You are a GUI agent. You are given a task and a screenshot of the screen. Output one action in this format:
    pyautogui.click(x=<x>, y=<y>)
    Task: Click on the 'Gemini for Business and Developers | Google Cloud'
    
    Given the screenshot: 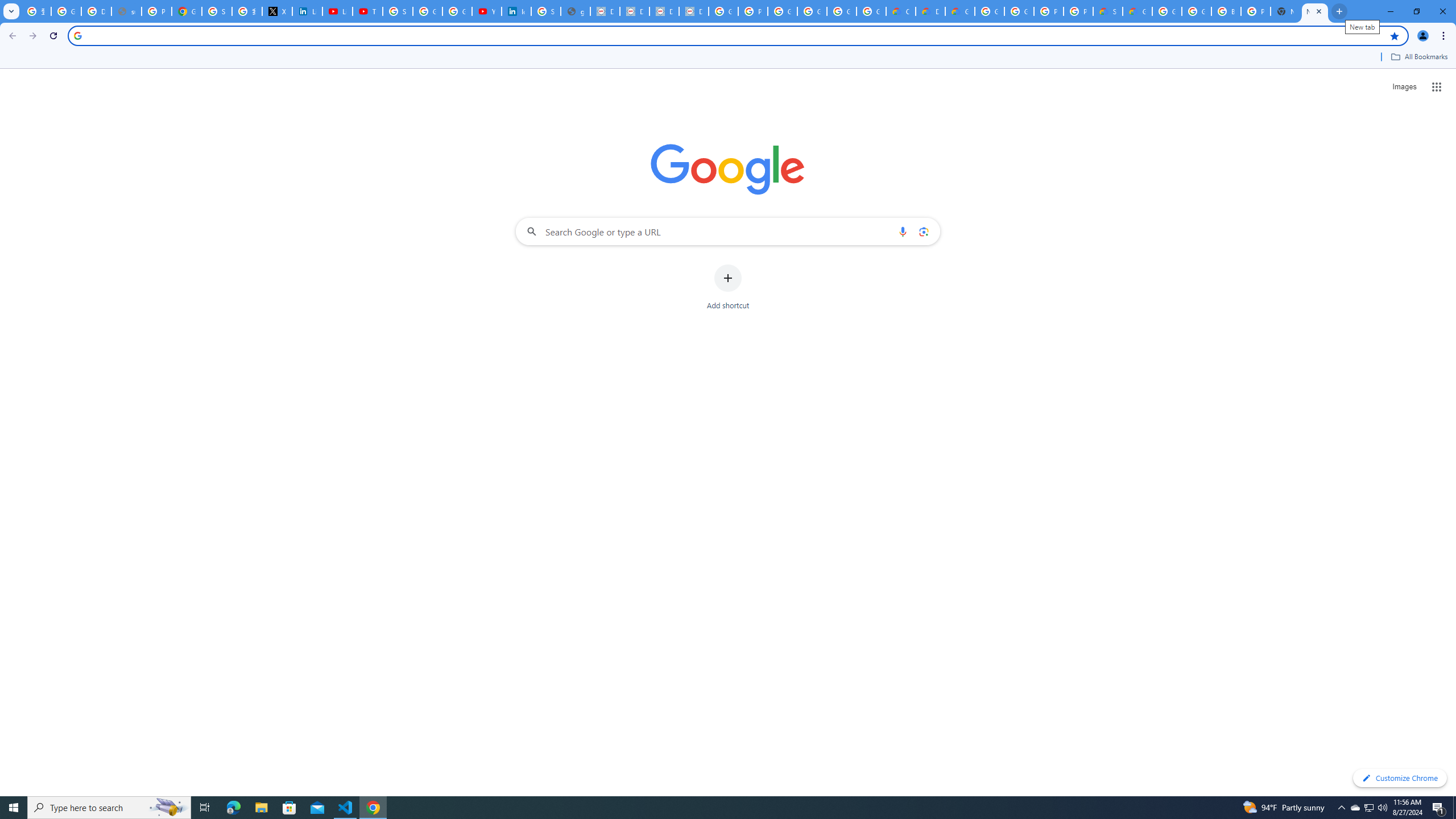 What is the action you would take?
    pyautogui.click(x=959, y=11)
    